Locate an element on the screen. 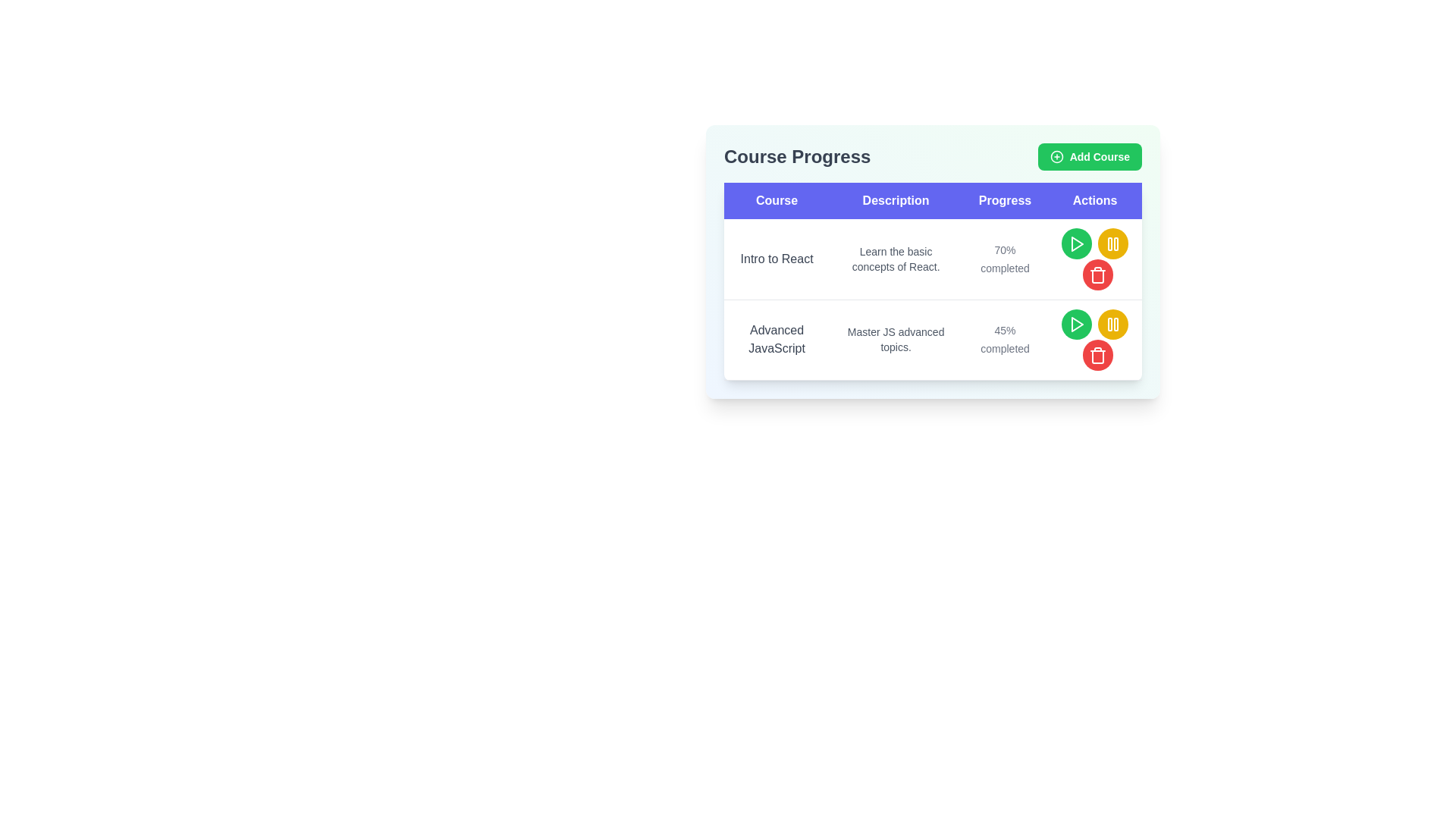 The width and height of the screenshot is (1456, 819). the icon of the 'Add Course' button, which is aligned to the left of the text 'Add Course' is located at coordinates (1056, 157).